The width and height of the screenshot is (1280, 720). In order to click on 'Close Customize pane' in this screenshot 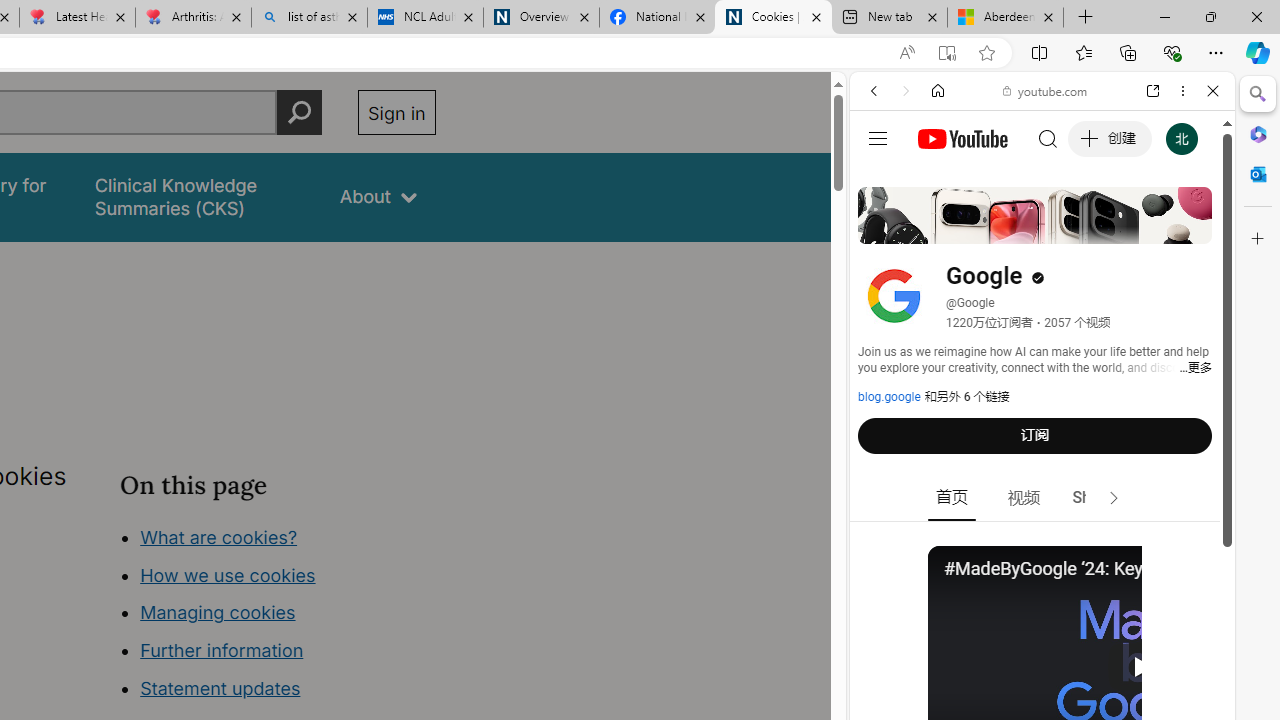, I will do `click(1257, 238)`.